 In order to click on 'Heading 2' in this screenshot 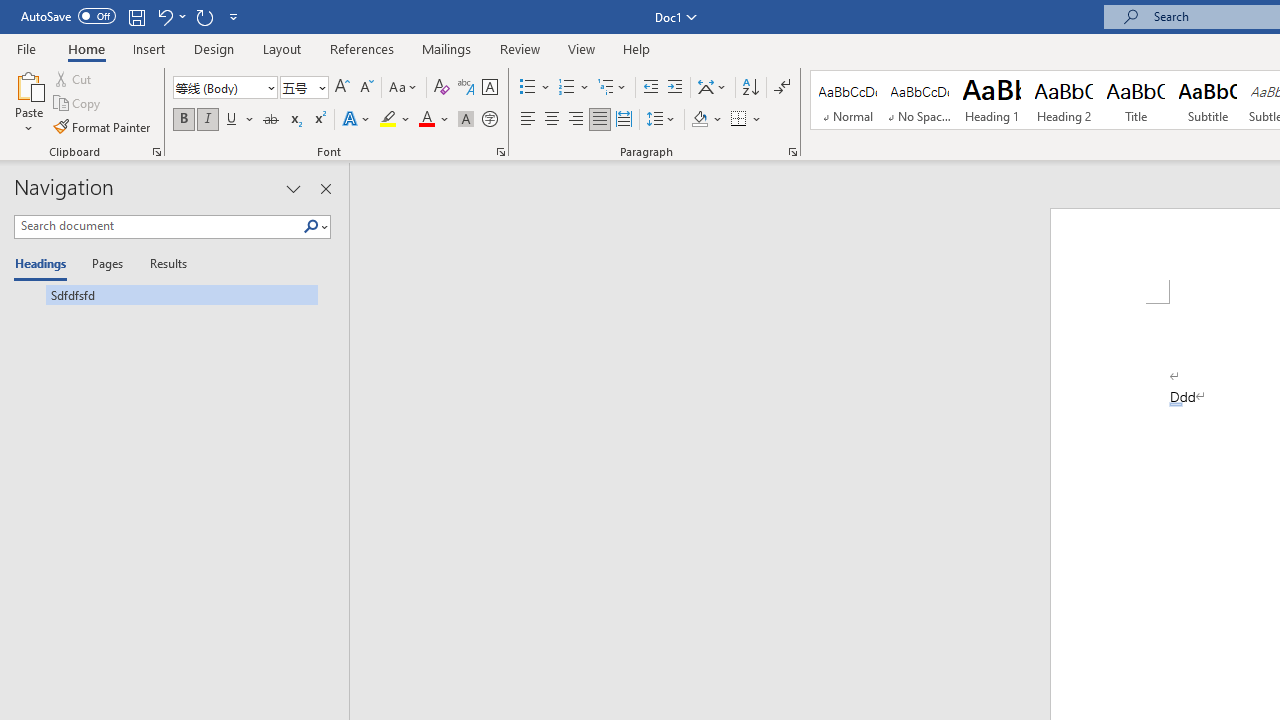, I will do `click(1062, 100)`.